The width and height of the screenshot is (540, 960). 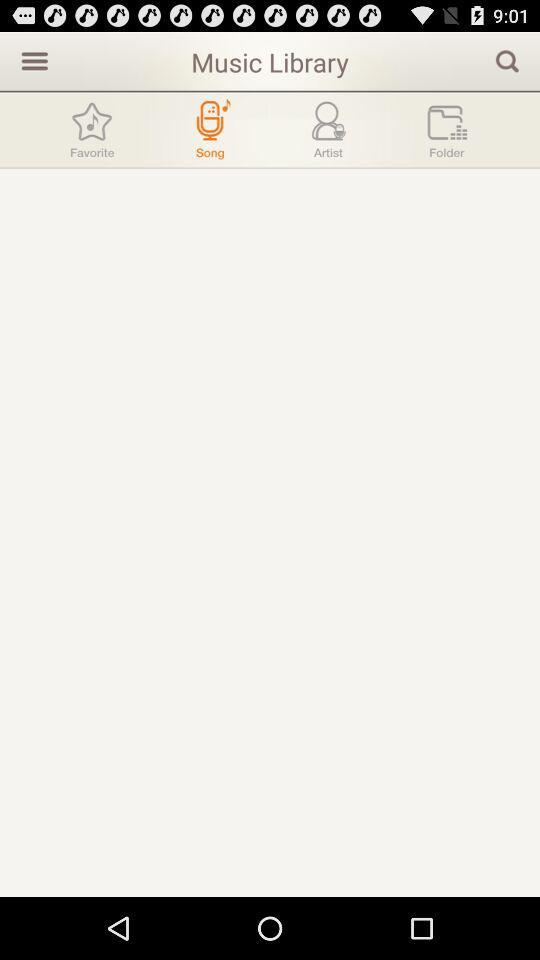 I want to click on item next to the music library, so click(x=507, y=59).